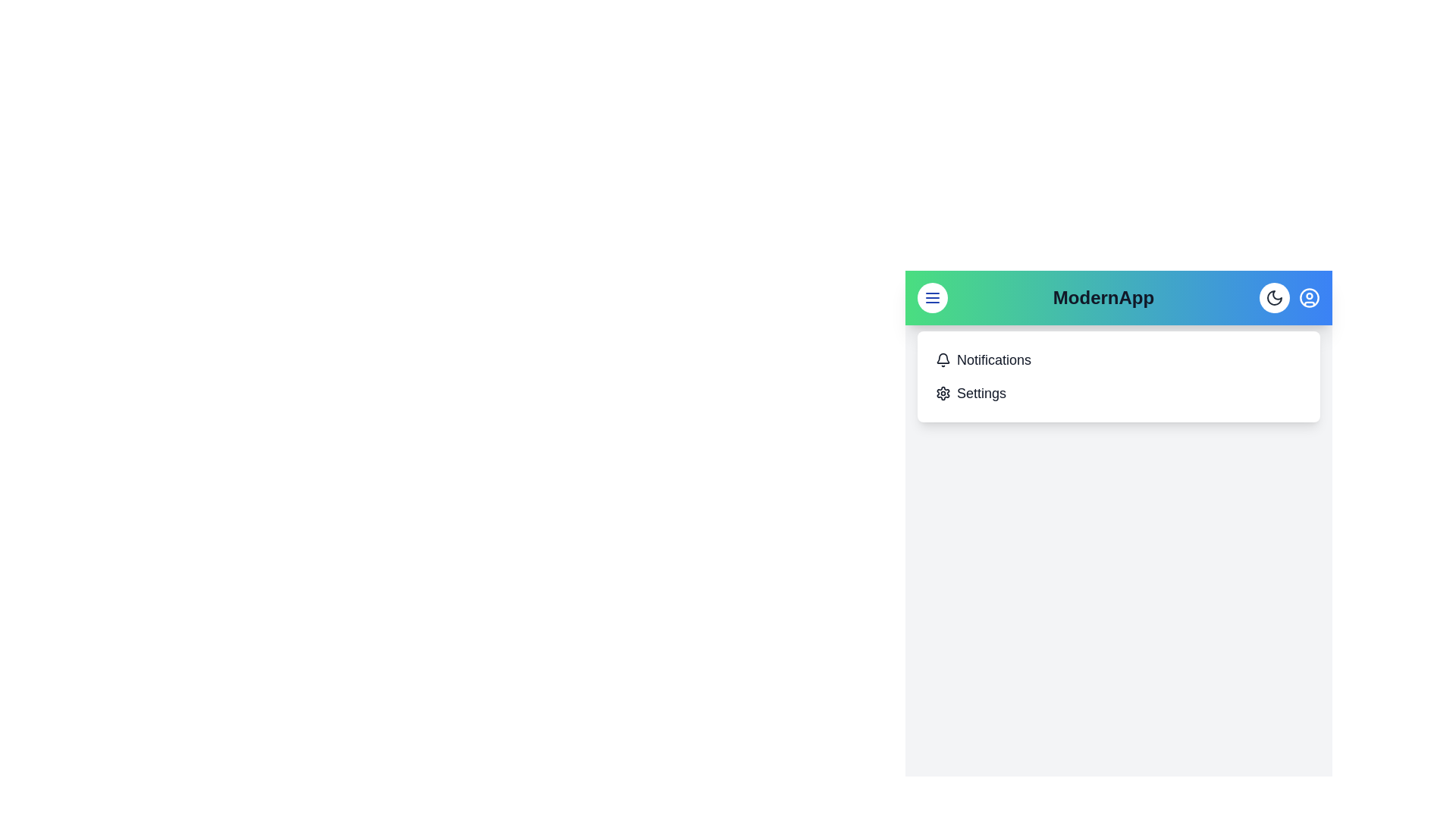 The width and height of the screenshot is (1456, 819). What do you see at coordinates (1309, 298) in the screenshot?
I see `the user profile icon` at bounding box center [1309, 298].